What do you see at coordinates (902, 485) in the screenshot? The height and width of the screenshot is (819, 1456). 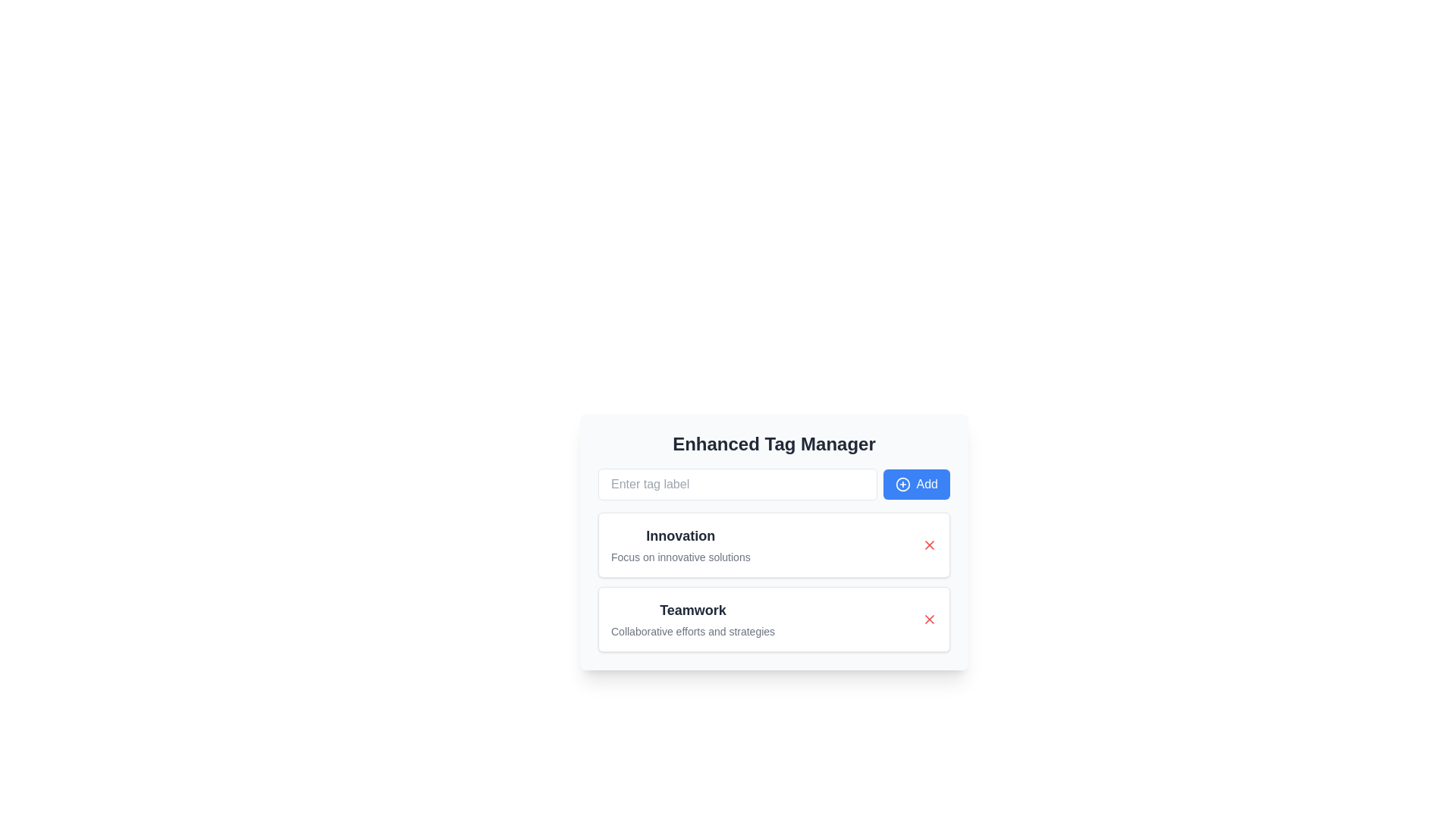 I see `the graphical icon, which is a circle with a plus icon, located to the right of the input field labeled 'Enter tag label'` at bounding box center [902, 485].